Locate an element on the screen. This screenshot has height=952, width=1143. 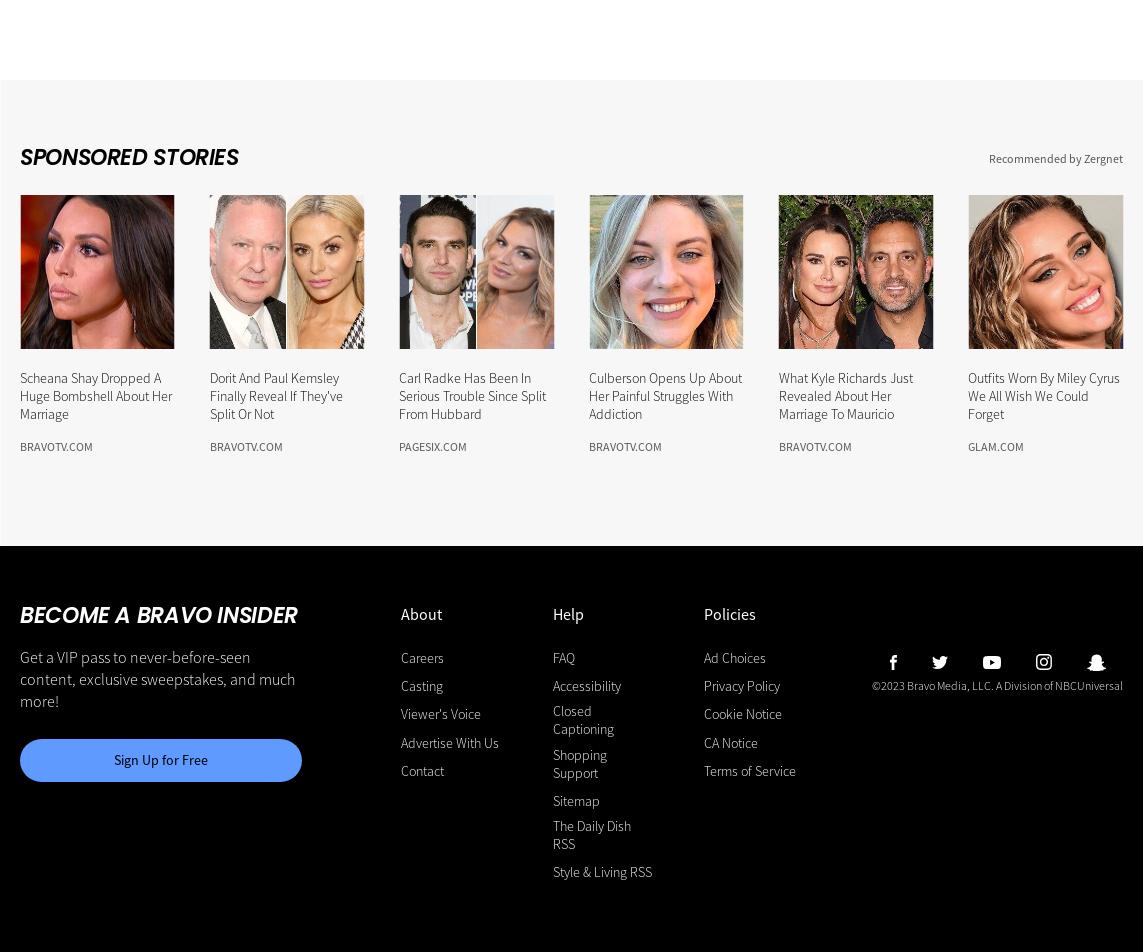
'Terms of Service' is located at coordinates (750, 769).